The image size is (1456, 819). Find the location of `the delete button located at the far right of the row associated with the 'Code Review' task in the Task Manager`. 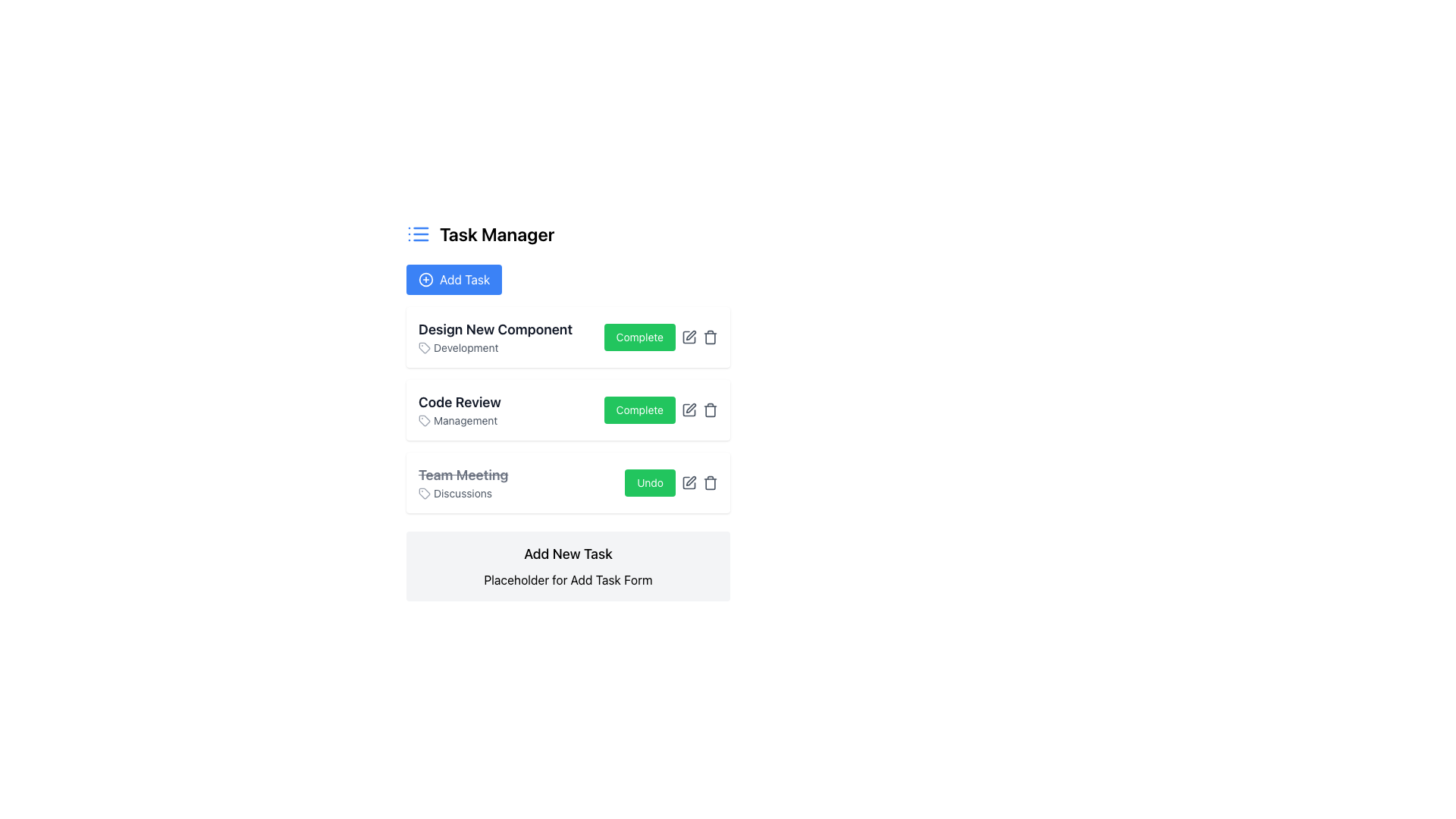

the delete button located at the far right of the row associated with the 'Code Review' task in the Task Manager is located at coordinates (709, 409).